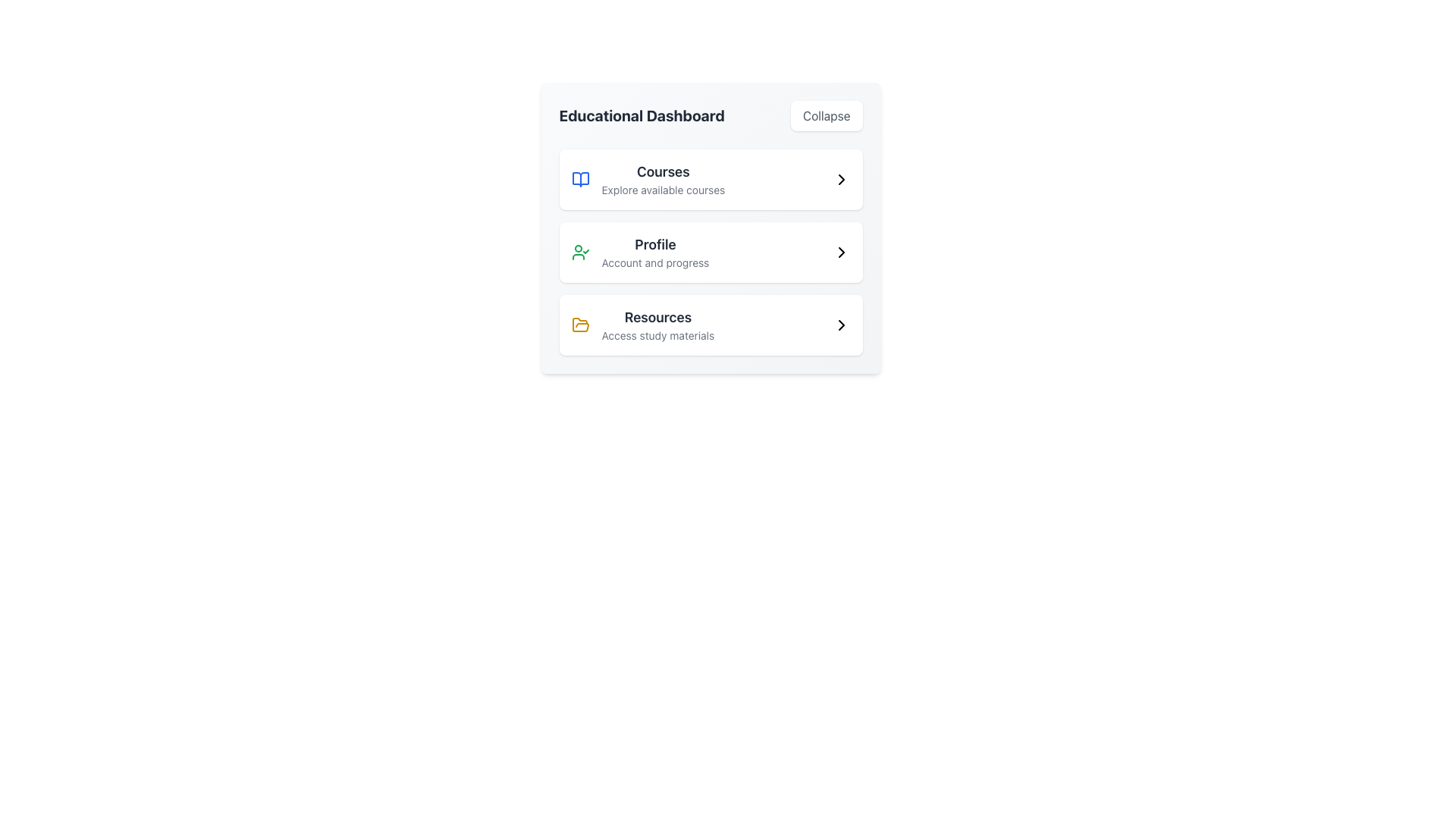 This screenshot has height=819, width=1456. I want to click on the List Item that consists of a green outline user icon and two lines of text, 'Profile' and 'Account and progress', so click(640, 251).